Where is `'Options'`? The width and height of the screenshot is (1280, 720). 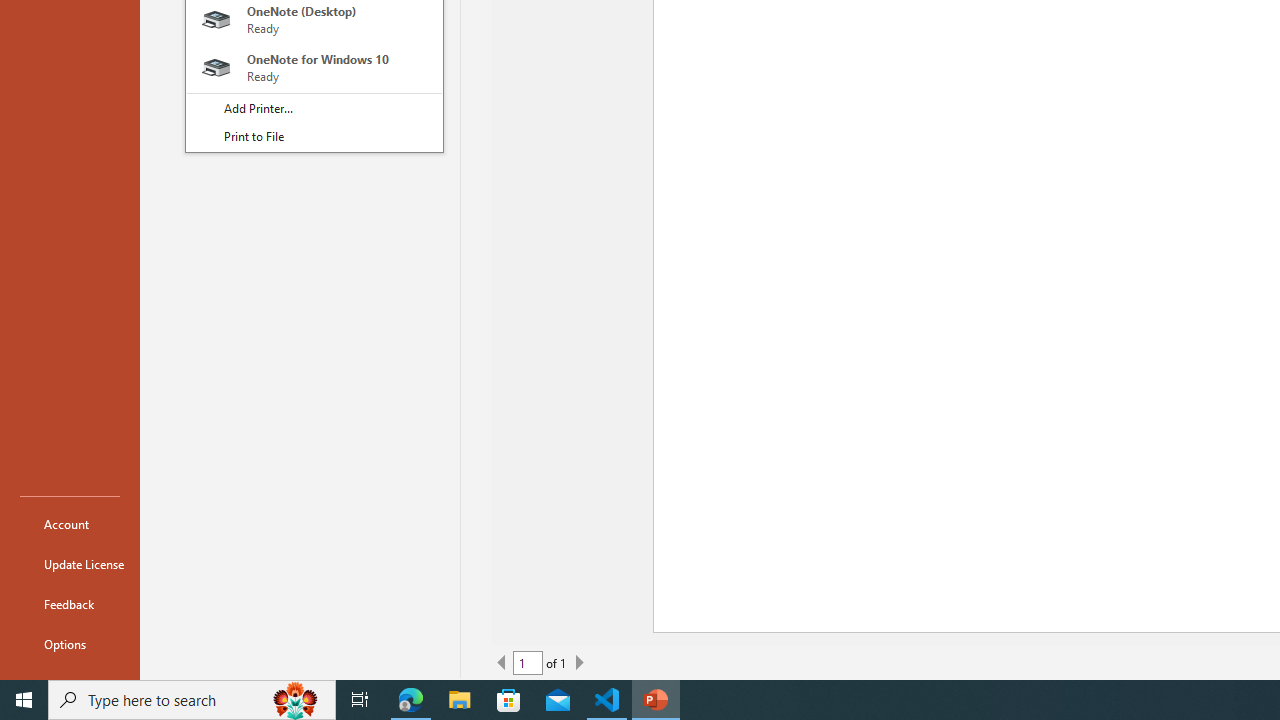 'Options' is located at coordinates (69, 644).